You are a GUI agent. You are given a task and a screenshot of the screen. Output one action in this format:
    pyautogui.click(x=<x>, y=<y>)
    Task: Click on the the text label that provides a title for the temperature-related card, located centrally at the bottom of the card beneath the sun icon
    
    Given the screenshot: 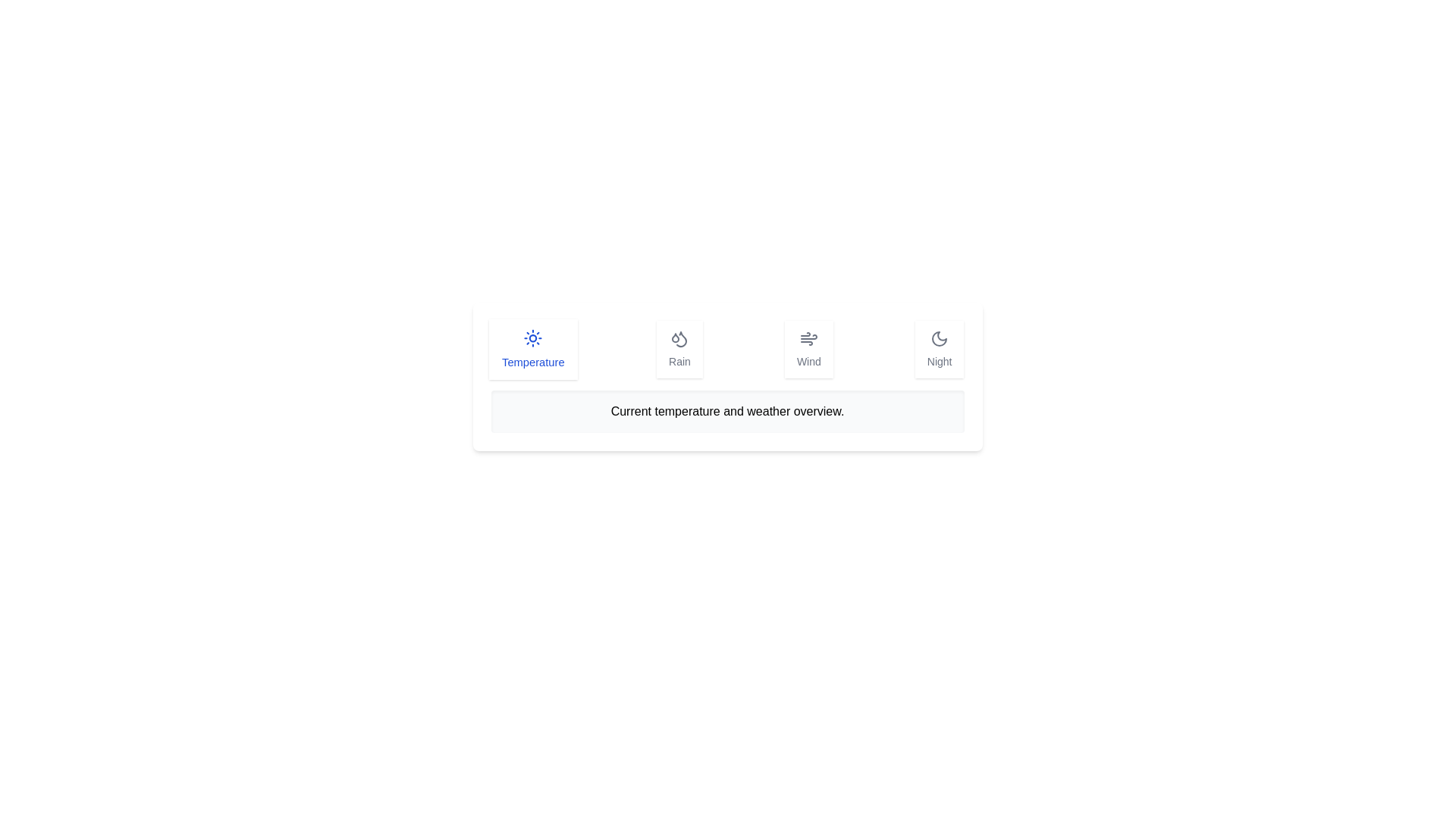 What is the action you would take?
    pyautogui.click(x=532, y=362)
    